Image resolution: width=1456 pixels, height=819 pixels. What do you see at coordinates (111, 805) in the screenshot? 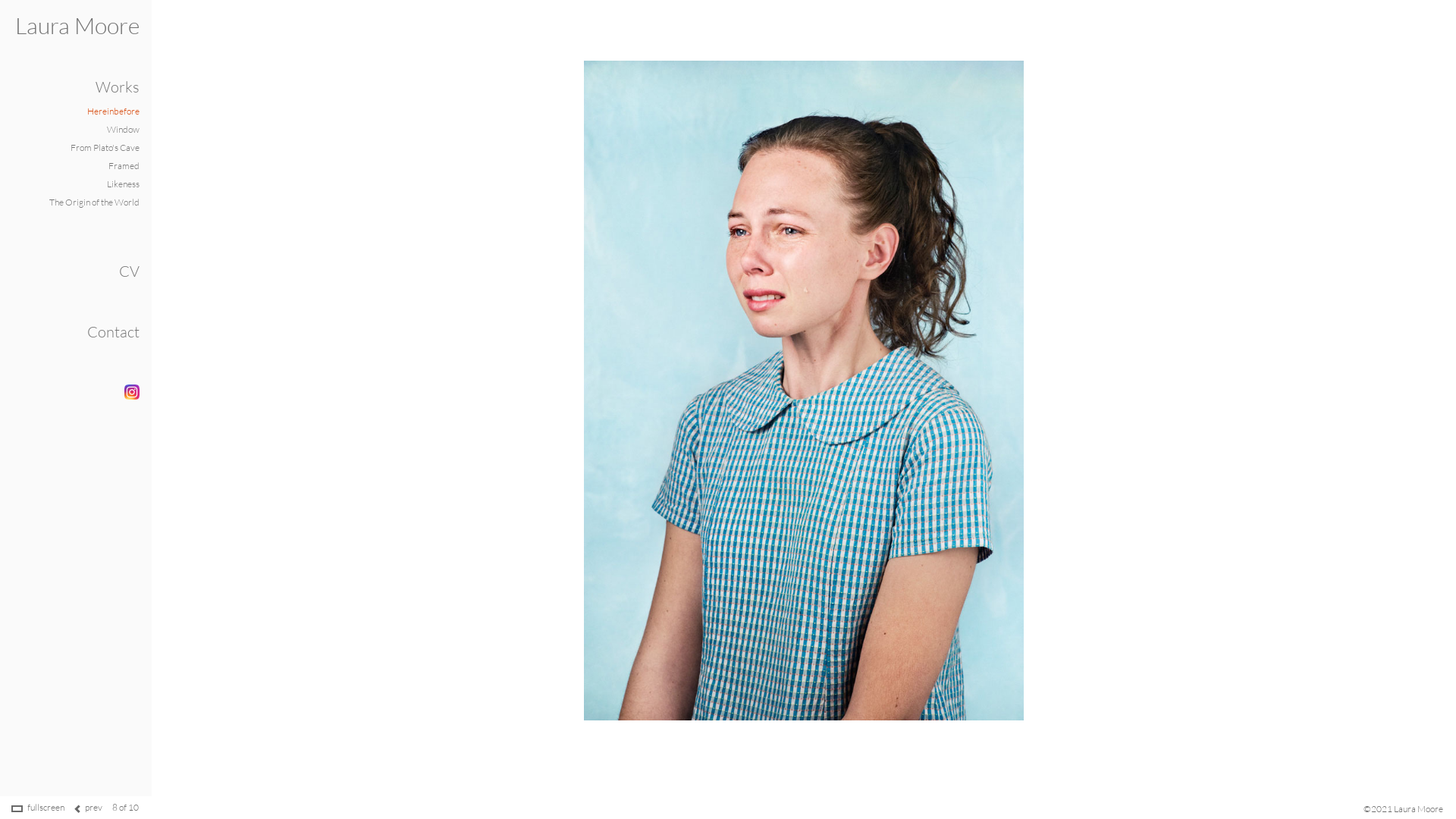
I see `'8 of 10'` at bounding box center [111, 805].